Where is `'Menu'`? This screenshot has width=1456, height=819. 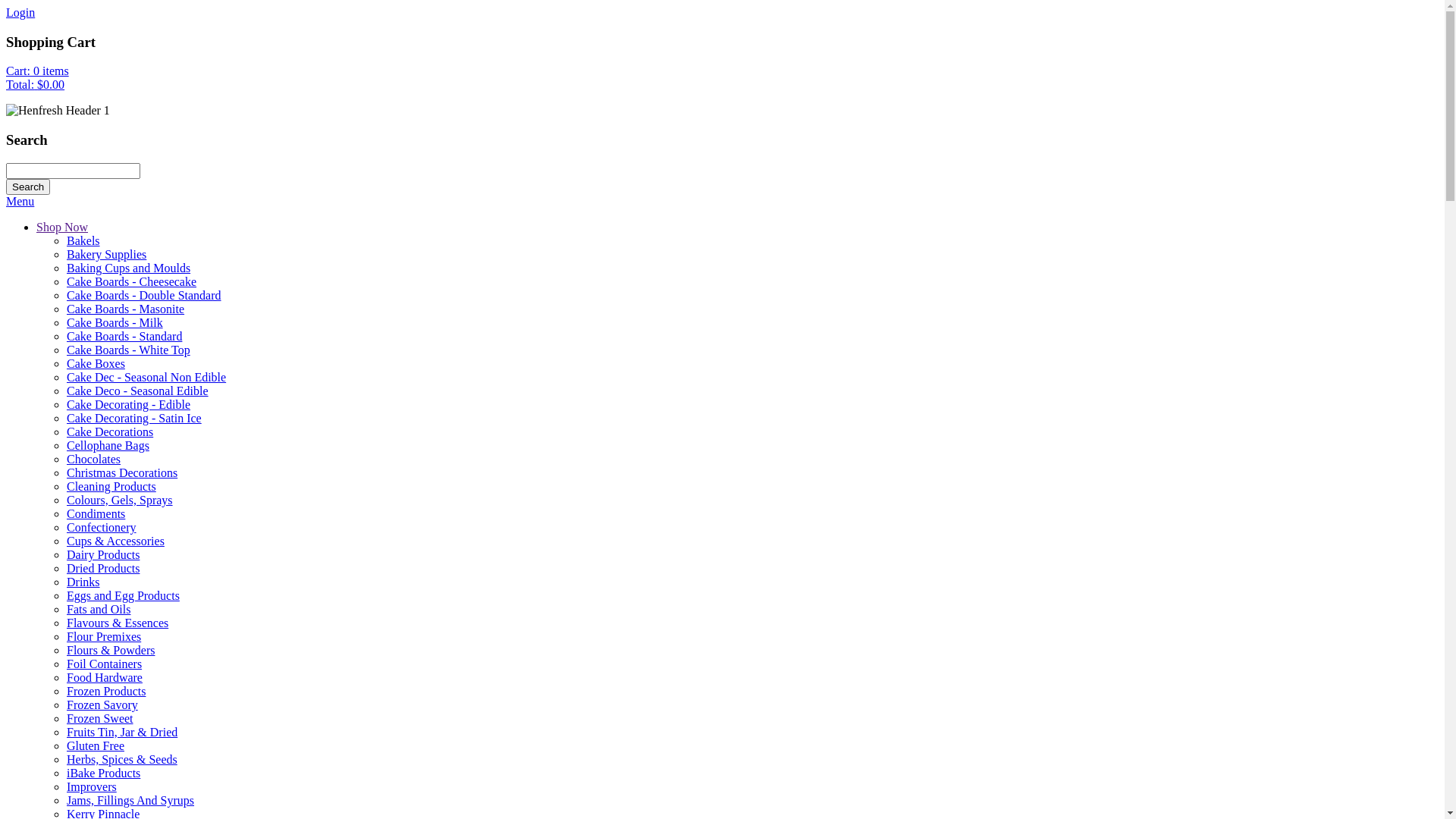
'Menu' is located at coordinates (20, 200).